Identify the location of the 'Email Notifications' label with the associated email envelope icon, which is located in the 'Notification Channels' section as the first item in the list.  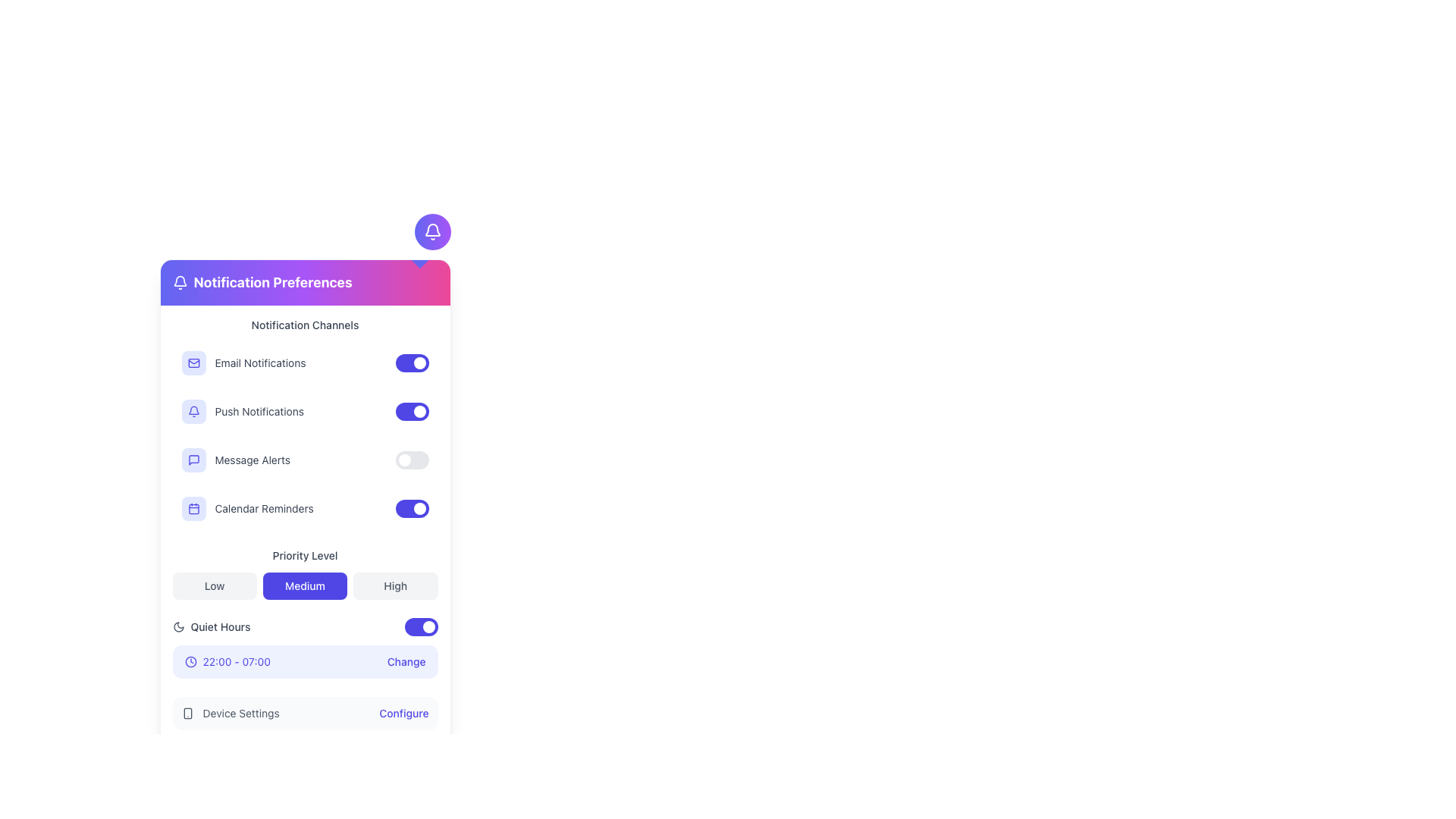
(243, 362).